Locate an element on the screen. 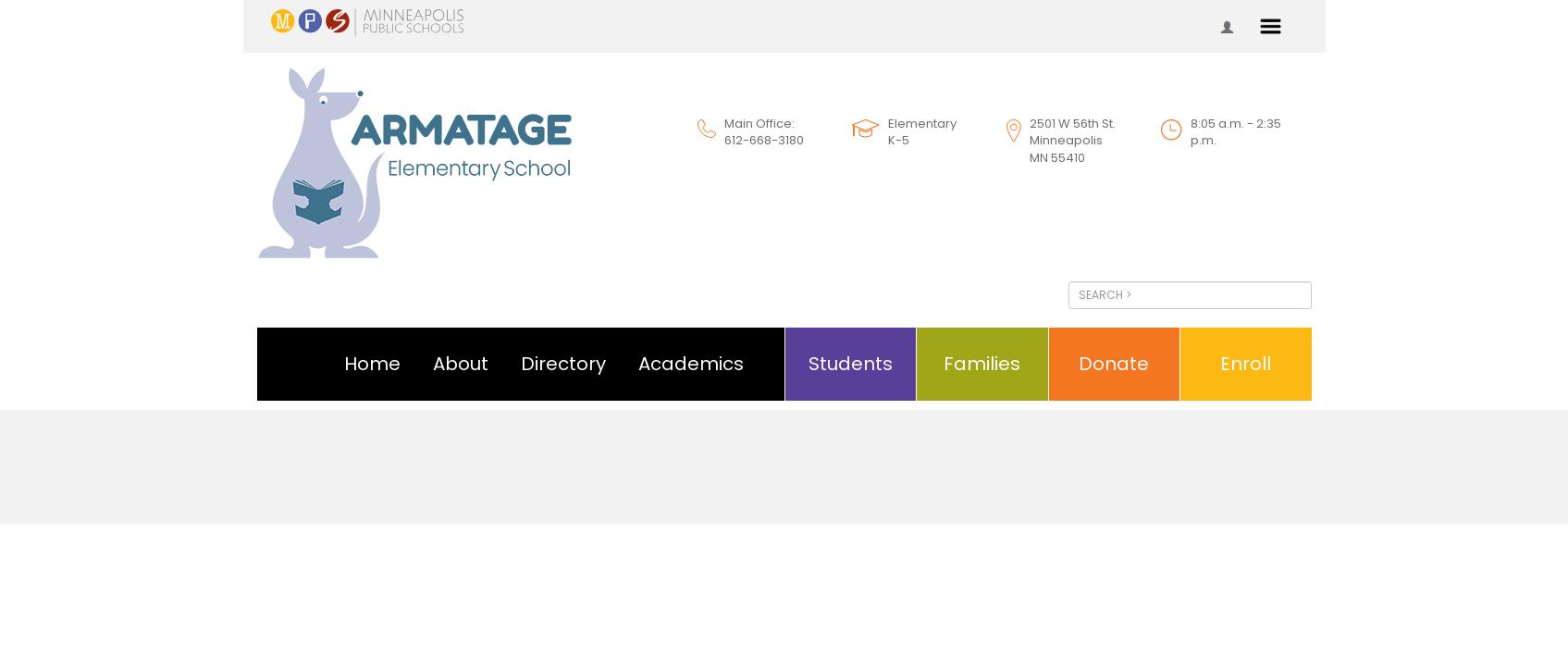 This screenshot has height=670, width=1568. 'Academics' is located at coordinates (689, 363).